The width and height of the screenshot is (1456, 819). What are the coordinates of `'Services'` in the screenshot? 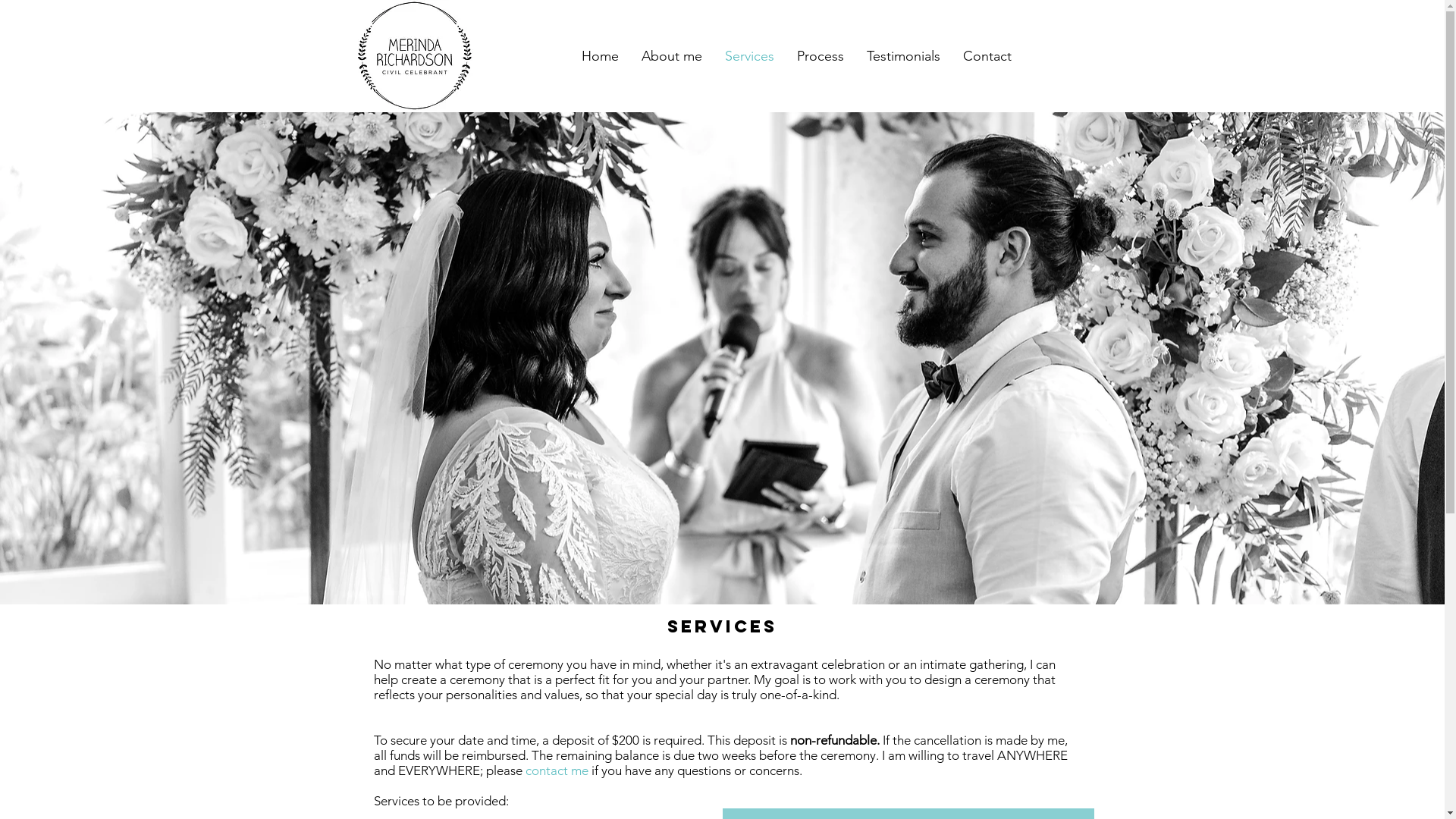 It's located at (748, 55).